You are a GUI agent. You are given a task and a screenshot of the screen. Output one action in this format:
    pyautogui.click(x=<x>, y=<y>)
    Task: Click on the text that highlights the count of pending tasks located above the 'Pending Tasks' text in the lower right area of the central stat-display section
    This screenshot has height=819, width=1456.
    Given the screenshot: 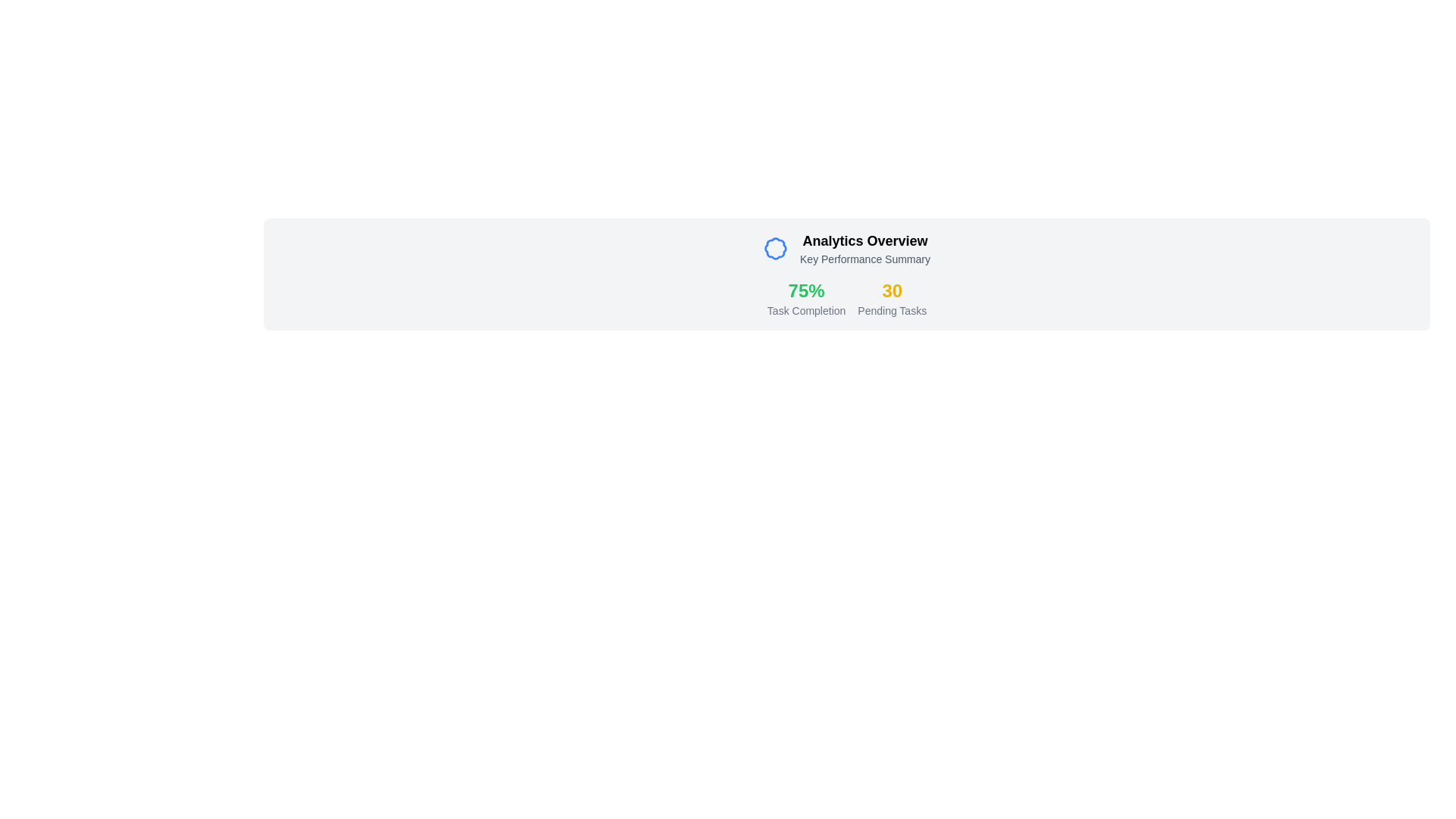 What is the action you would take?
    pyautogui.click(x=892, y=291)
    